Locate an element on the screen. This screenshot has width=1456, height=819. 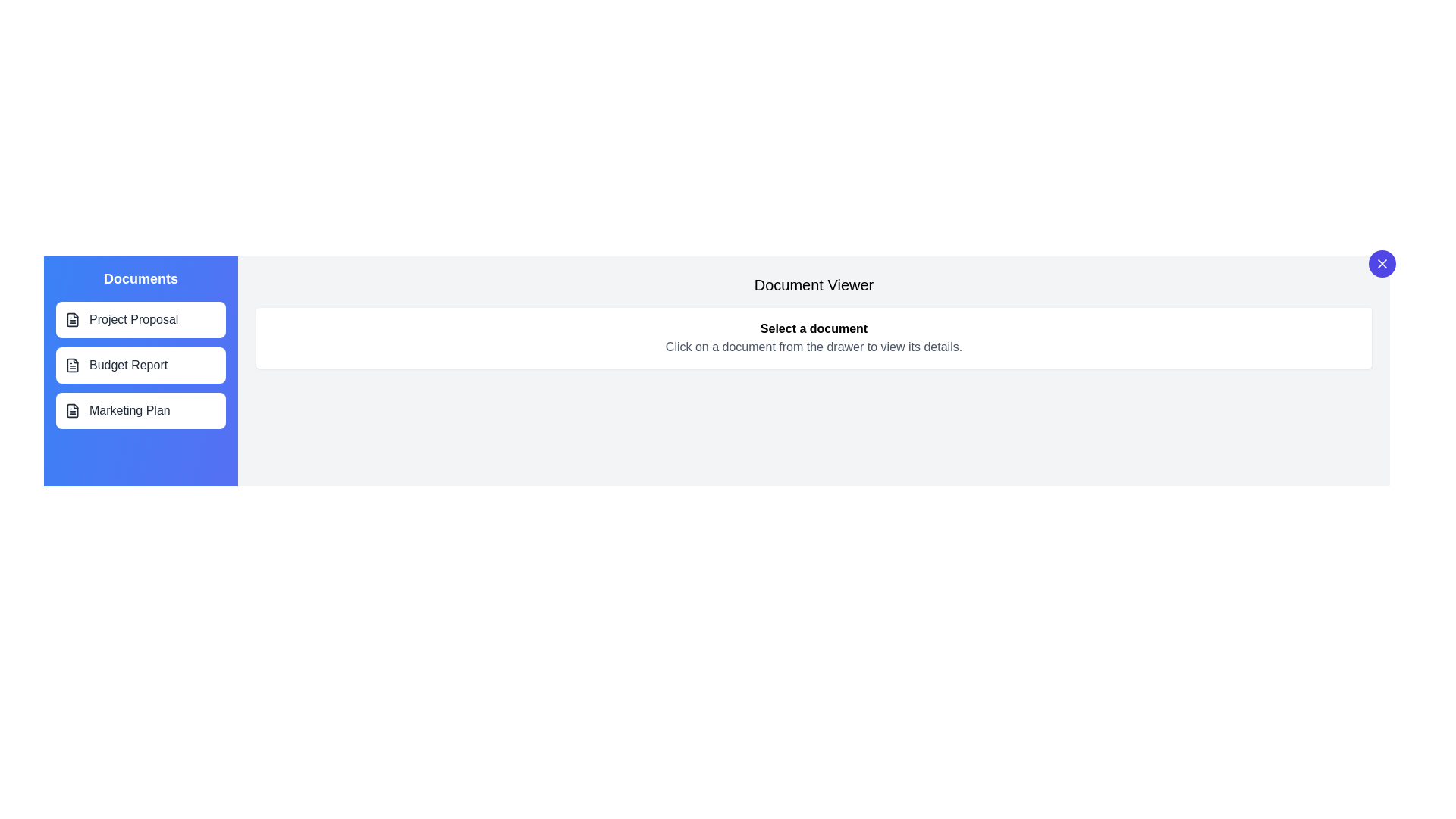
the document titled Project Proposal in the drawer is located at coordinates (141, 318).